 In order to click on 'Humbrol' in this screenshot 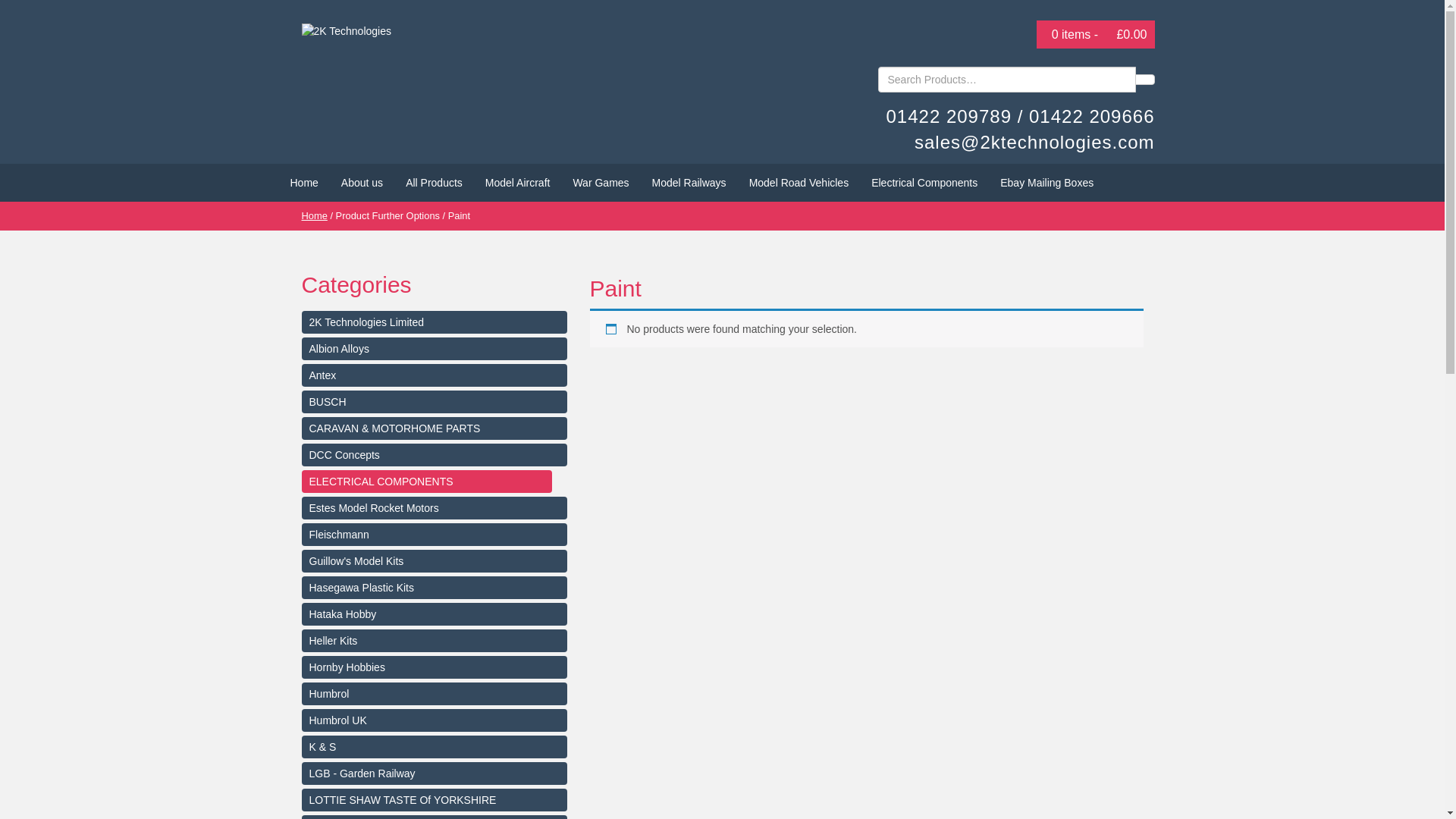, I will do `click(433, 693)`.